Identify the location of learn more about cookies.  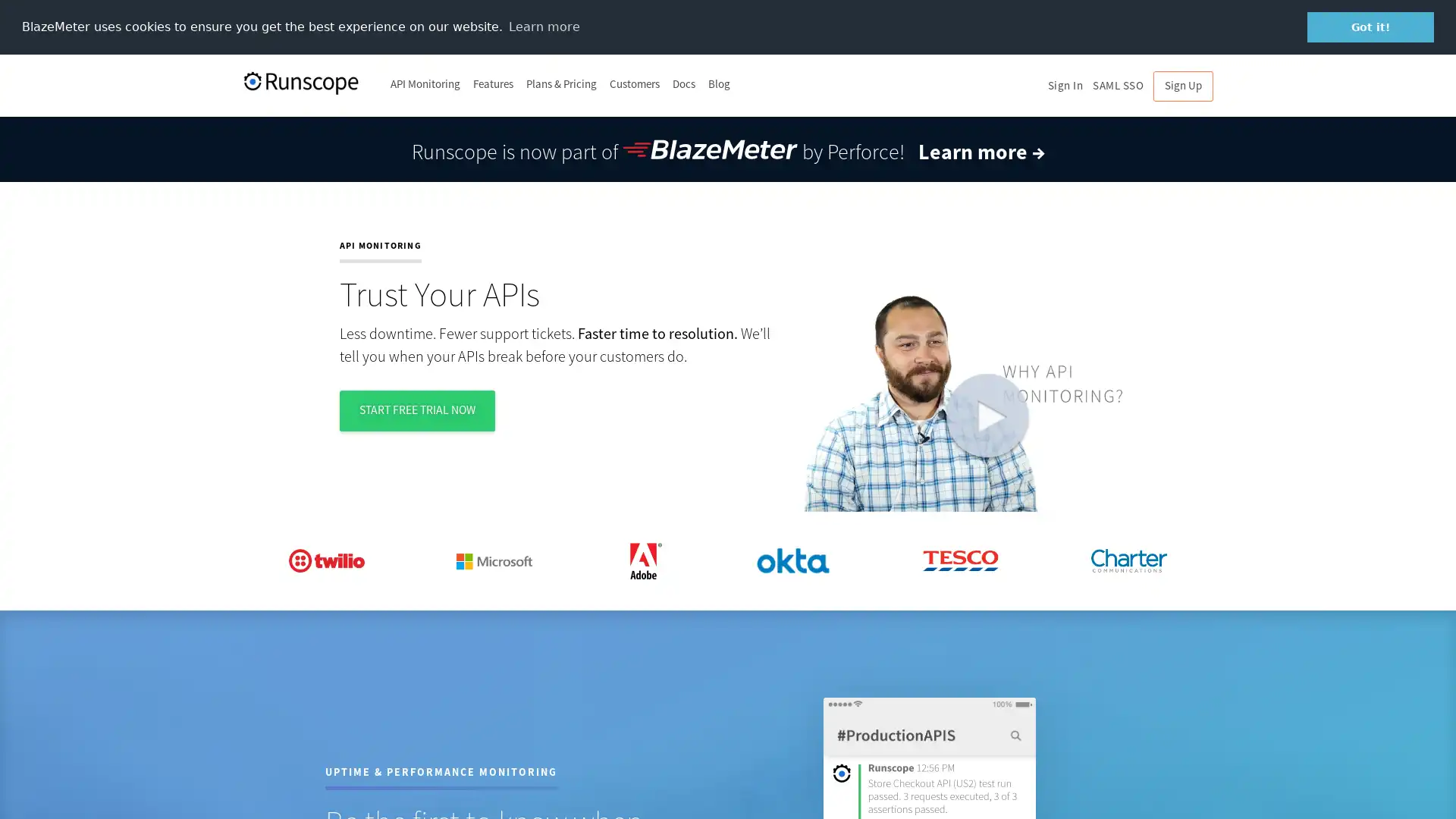
(544, 26).